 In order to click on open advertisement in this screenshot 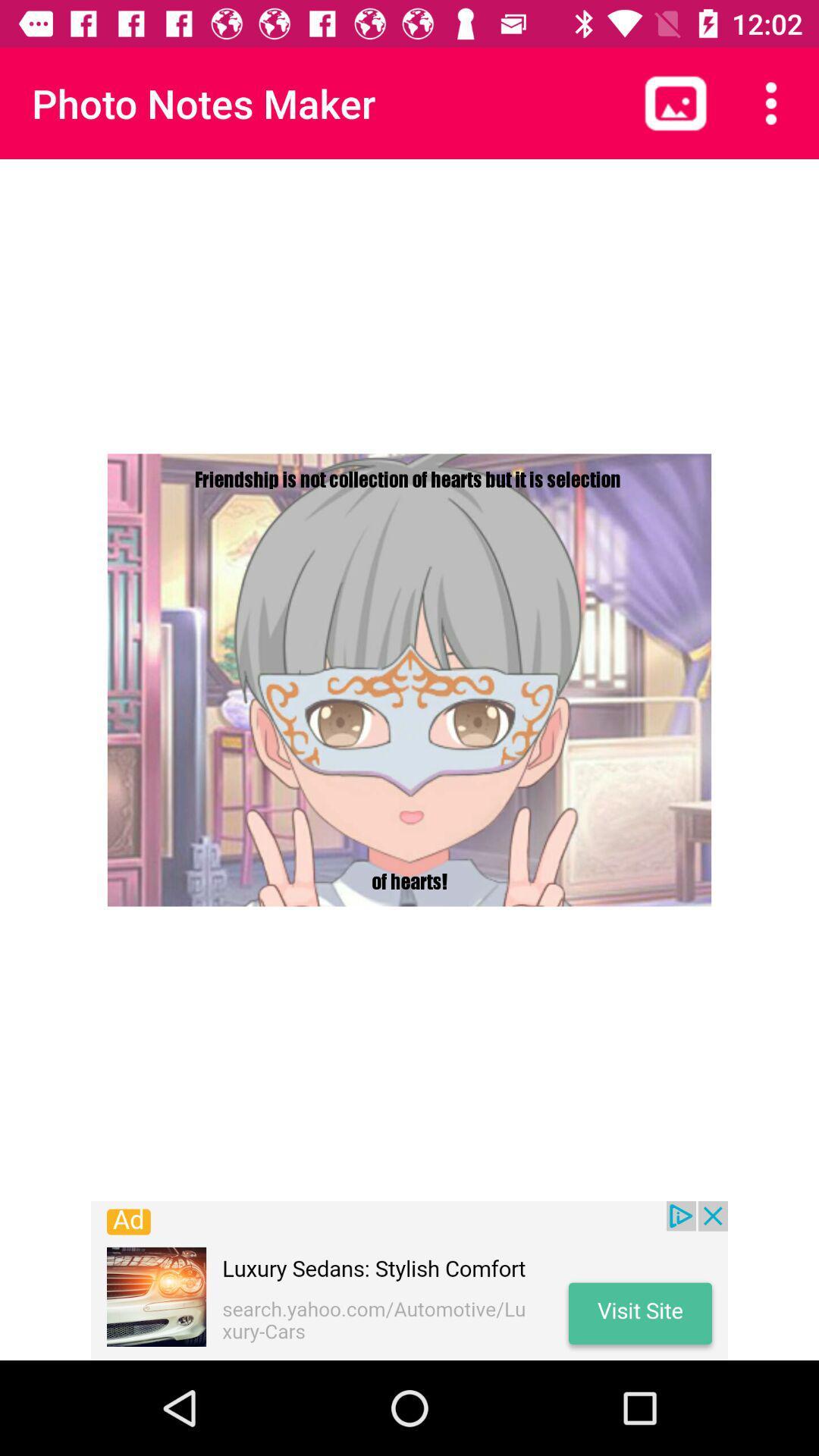, I will do `click(409, 1280)`.